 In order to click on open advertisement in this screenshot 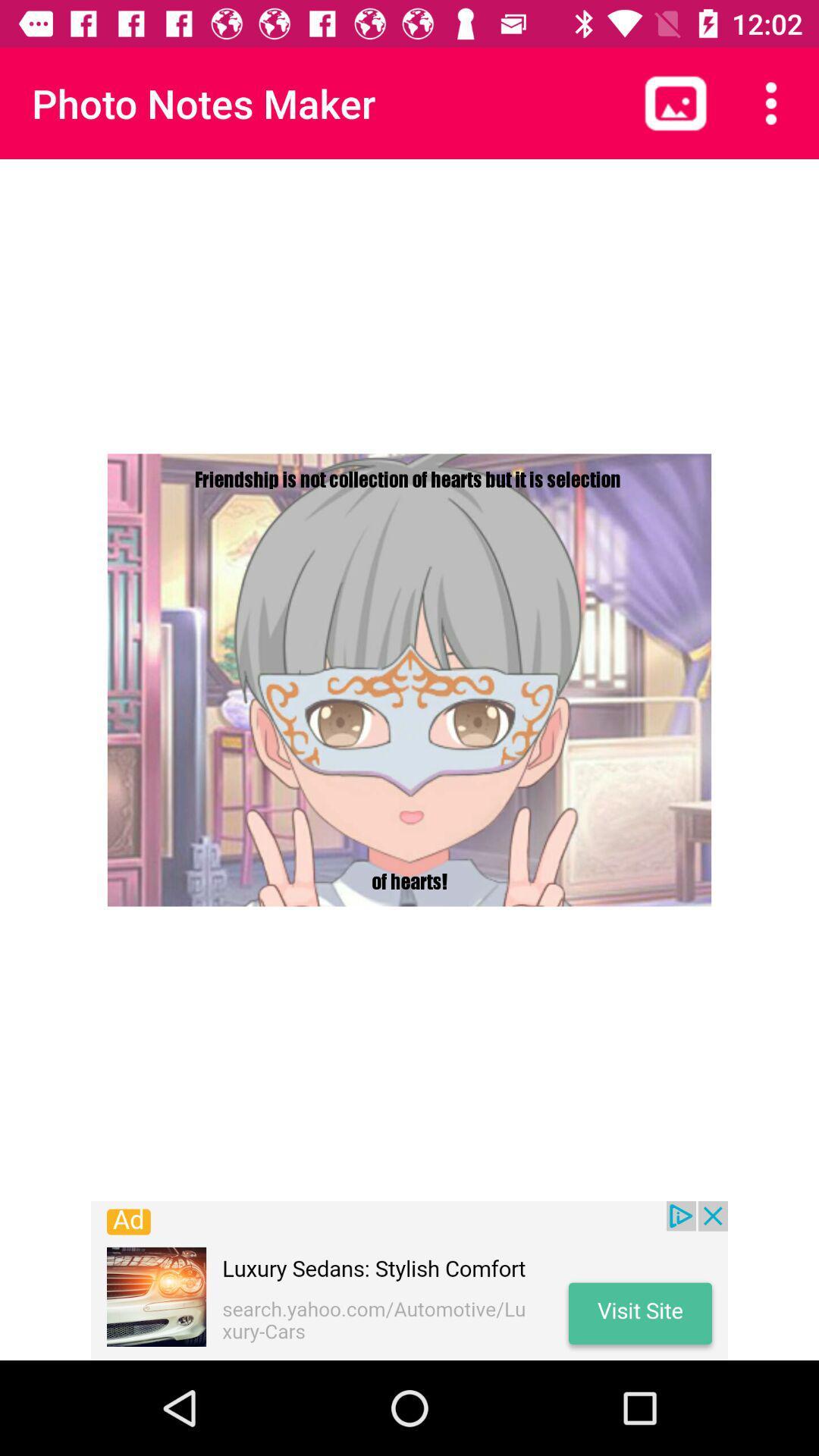, I will do `click(409, 1280)`.